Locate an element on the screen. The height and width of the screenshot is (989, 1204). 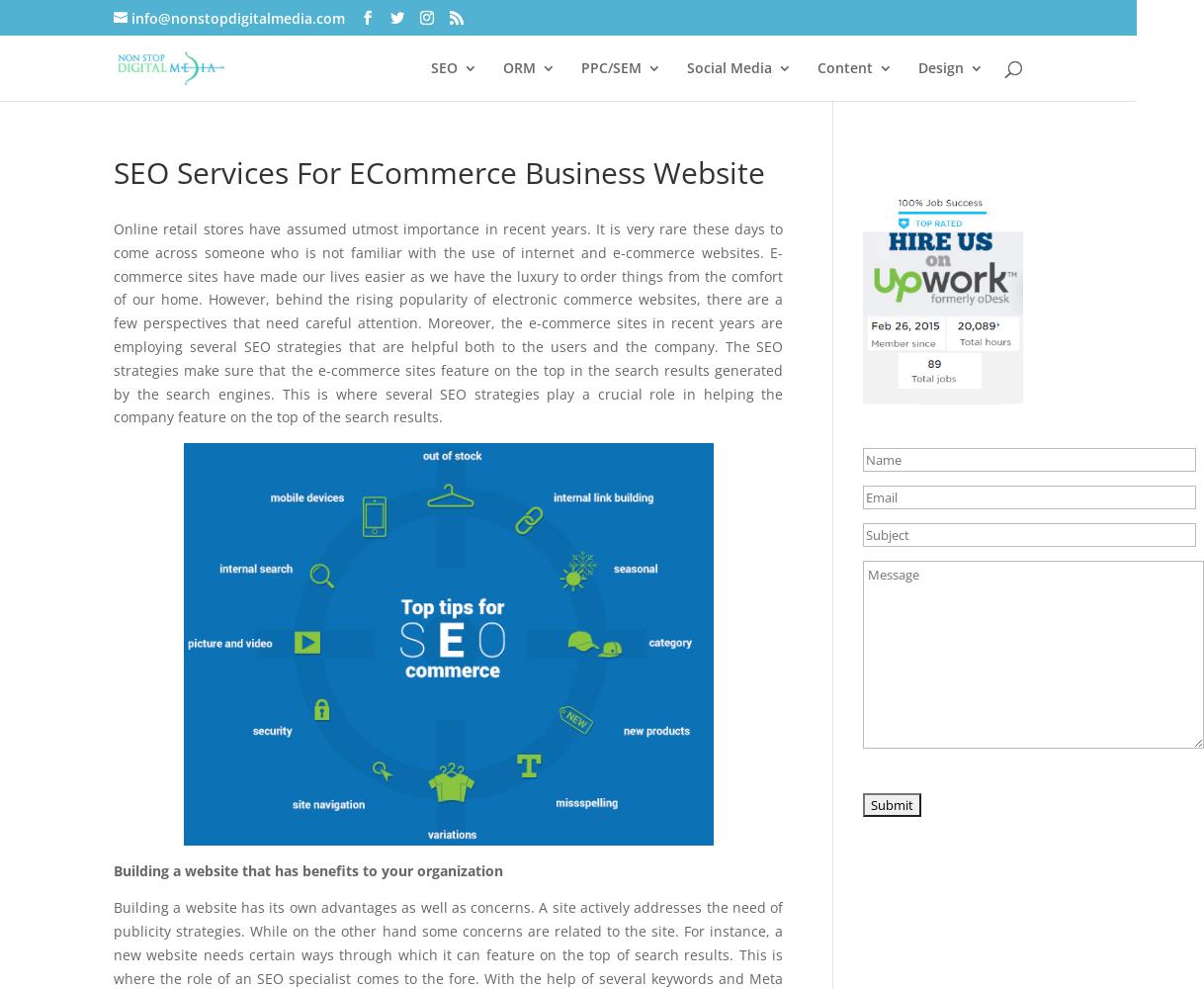
'Local SEO' is located at coordinates (502, 142).